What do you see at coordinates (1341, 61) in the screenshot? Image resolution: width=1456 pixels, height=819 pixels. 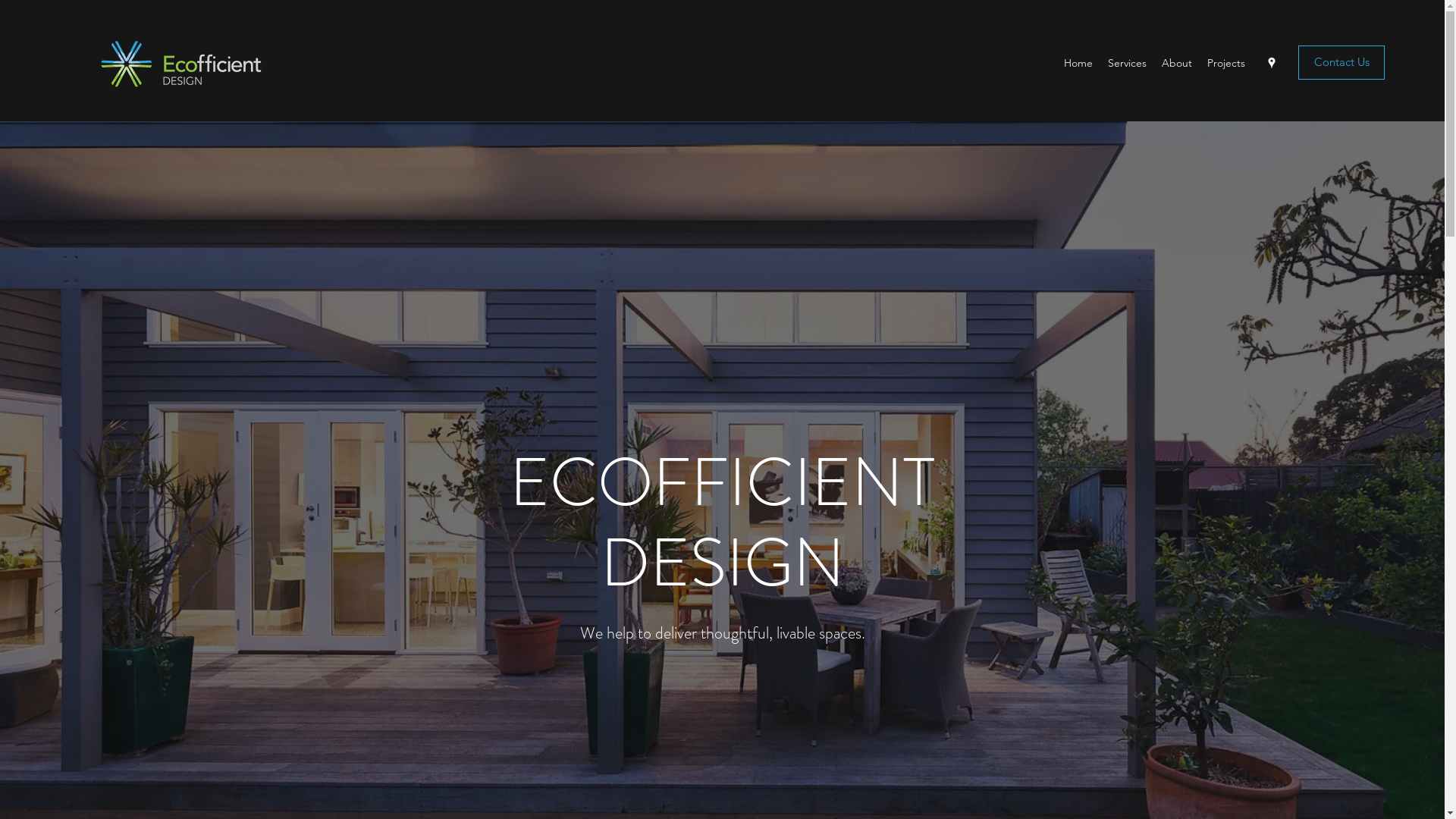 I see `'Contact Us'` at bounding box center [1341, 61].